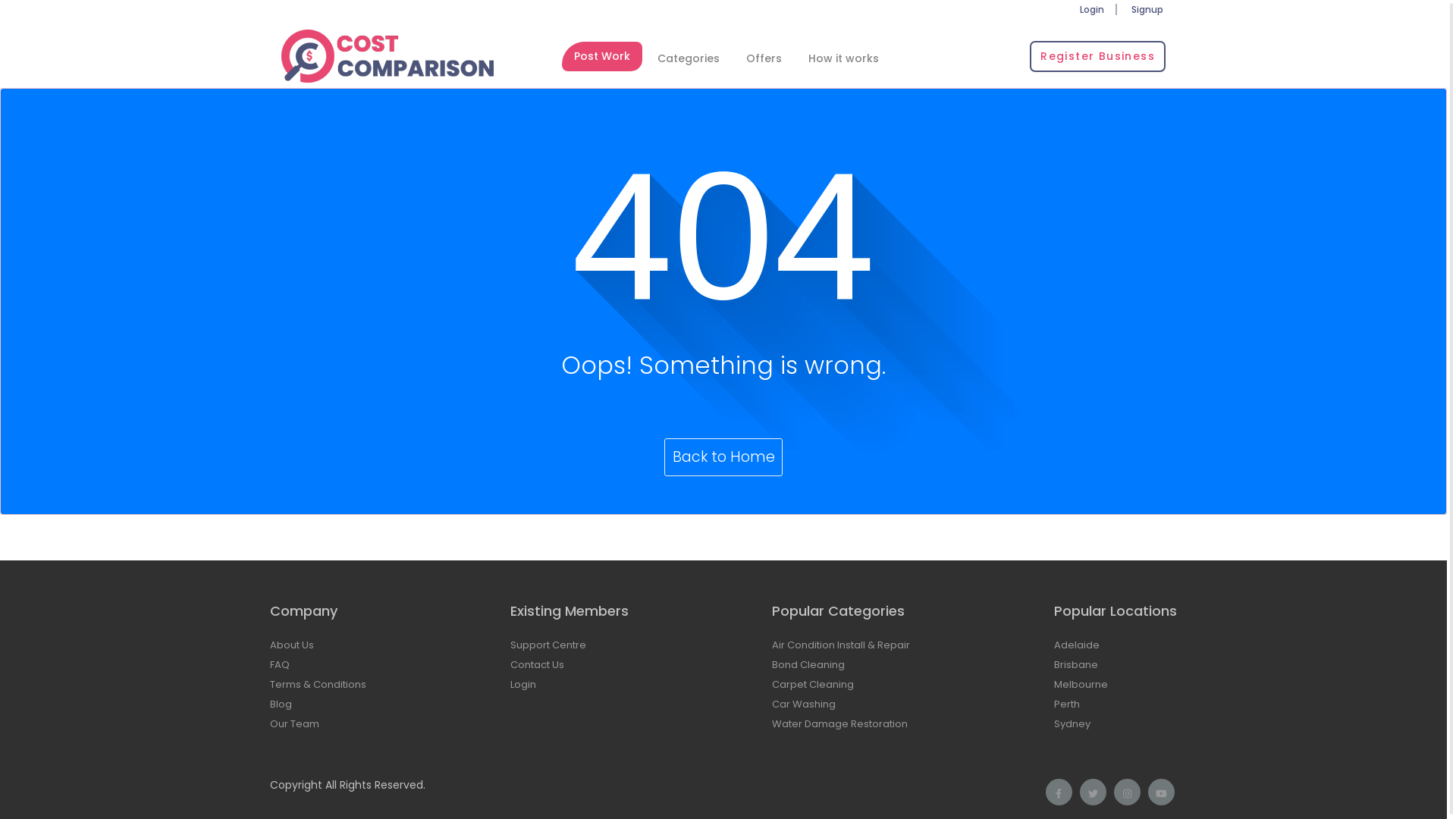  I want to click on 'Support Centre', so click(548, 645).